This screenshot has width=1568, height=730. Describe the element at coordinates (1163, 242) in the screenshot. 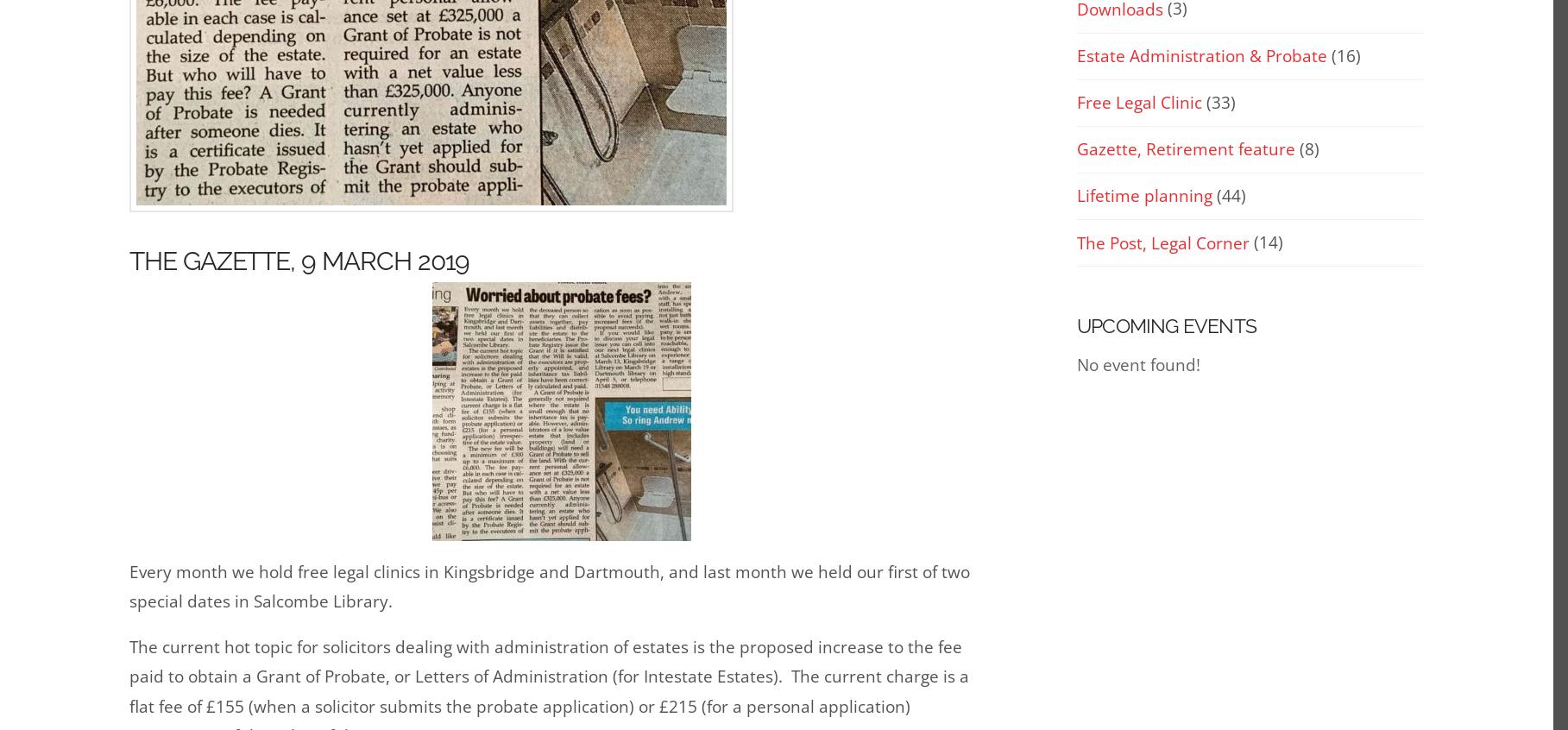

I see `'The Post, Legal Corner'` at that location.